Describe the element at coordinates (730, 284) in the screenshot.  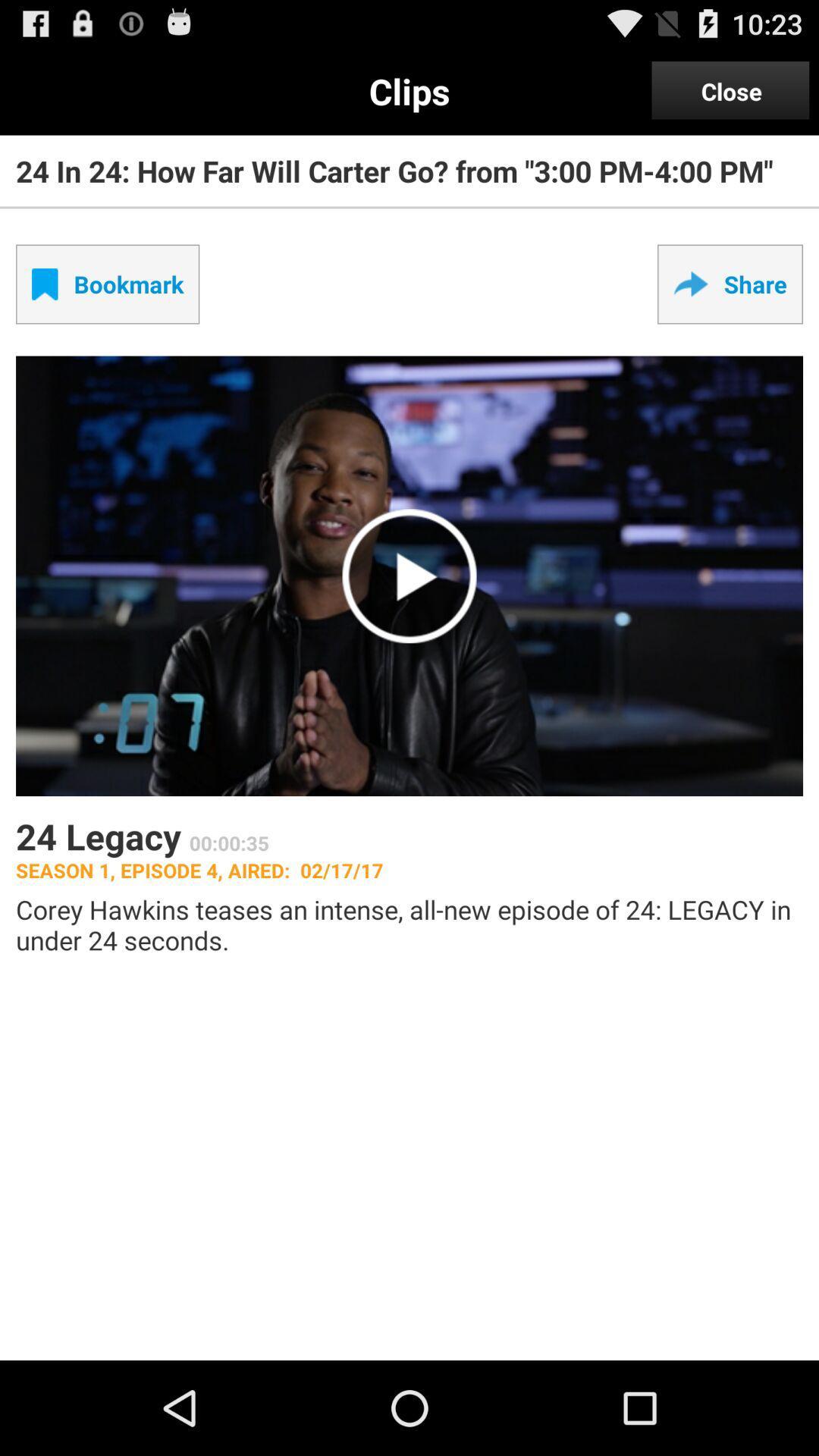
I see `checkbox next to the bookmark` at that location.